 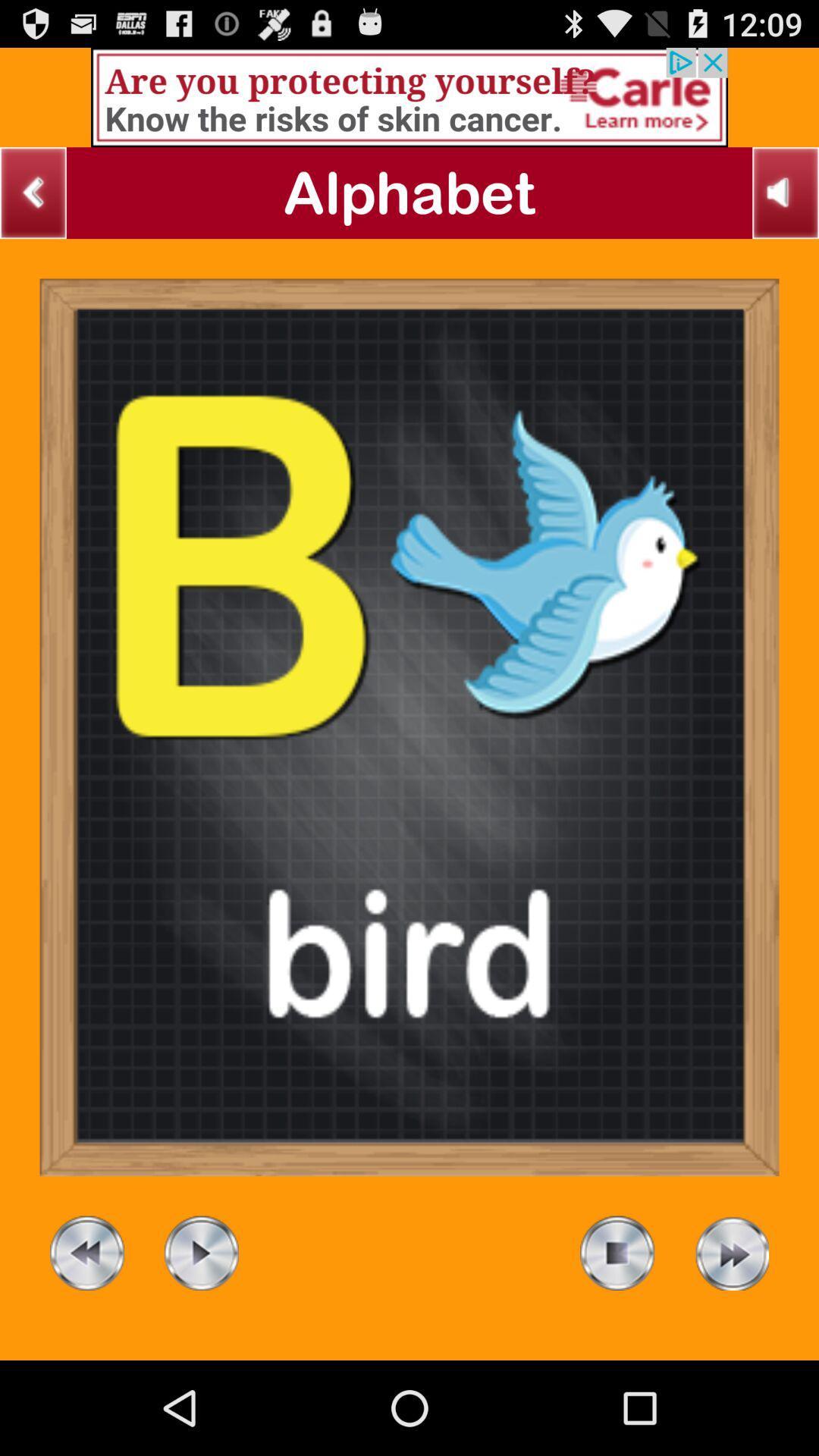 What do you see at coordinates (200, 1341) in the screenshot?
I see `the play icon` at bounding box center [200, 1341].